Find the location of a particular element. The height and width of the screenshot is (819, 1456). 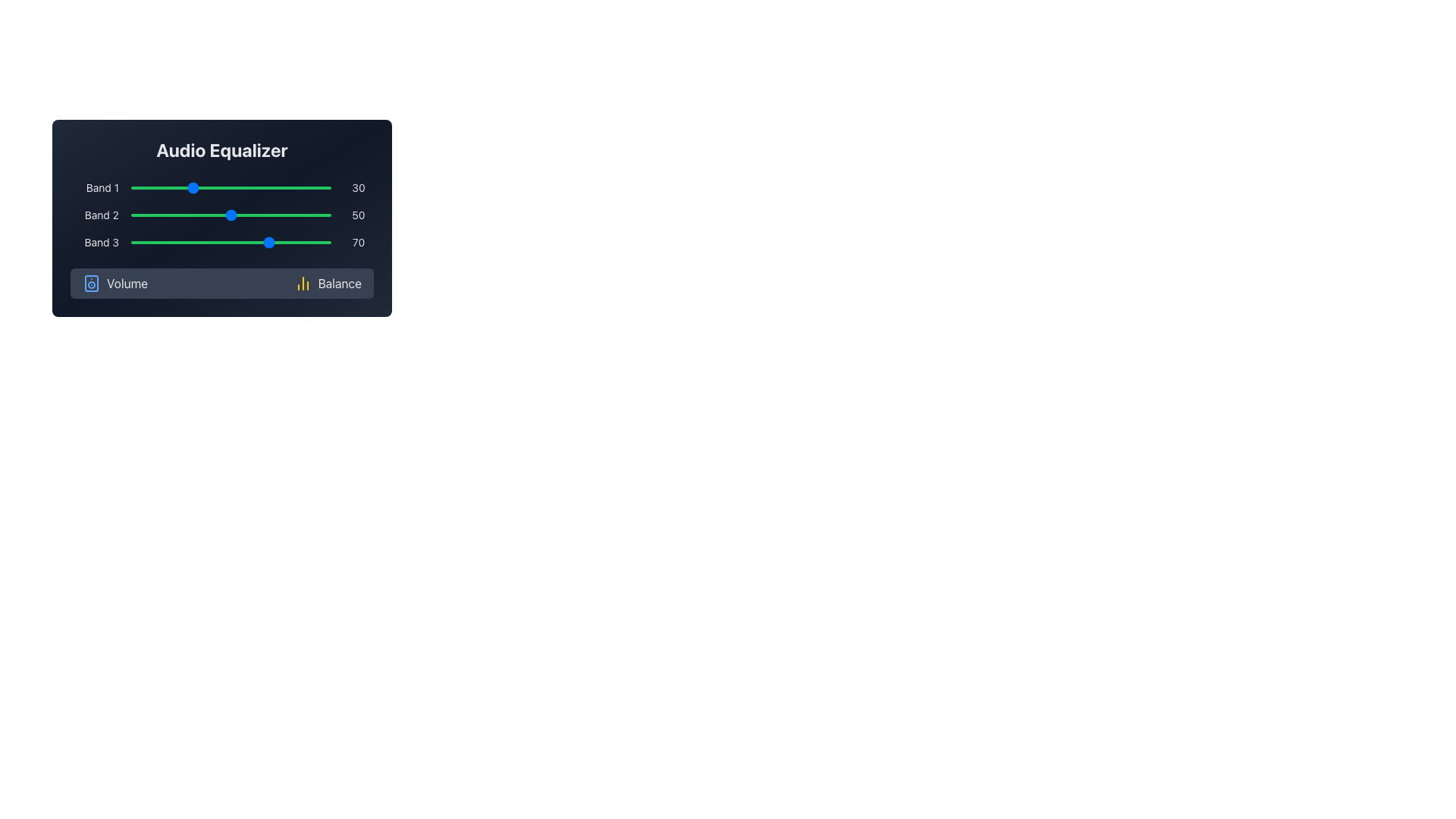

Band 1 equalizer value is located at coordinates (236, 187).